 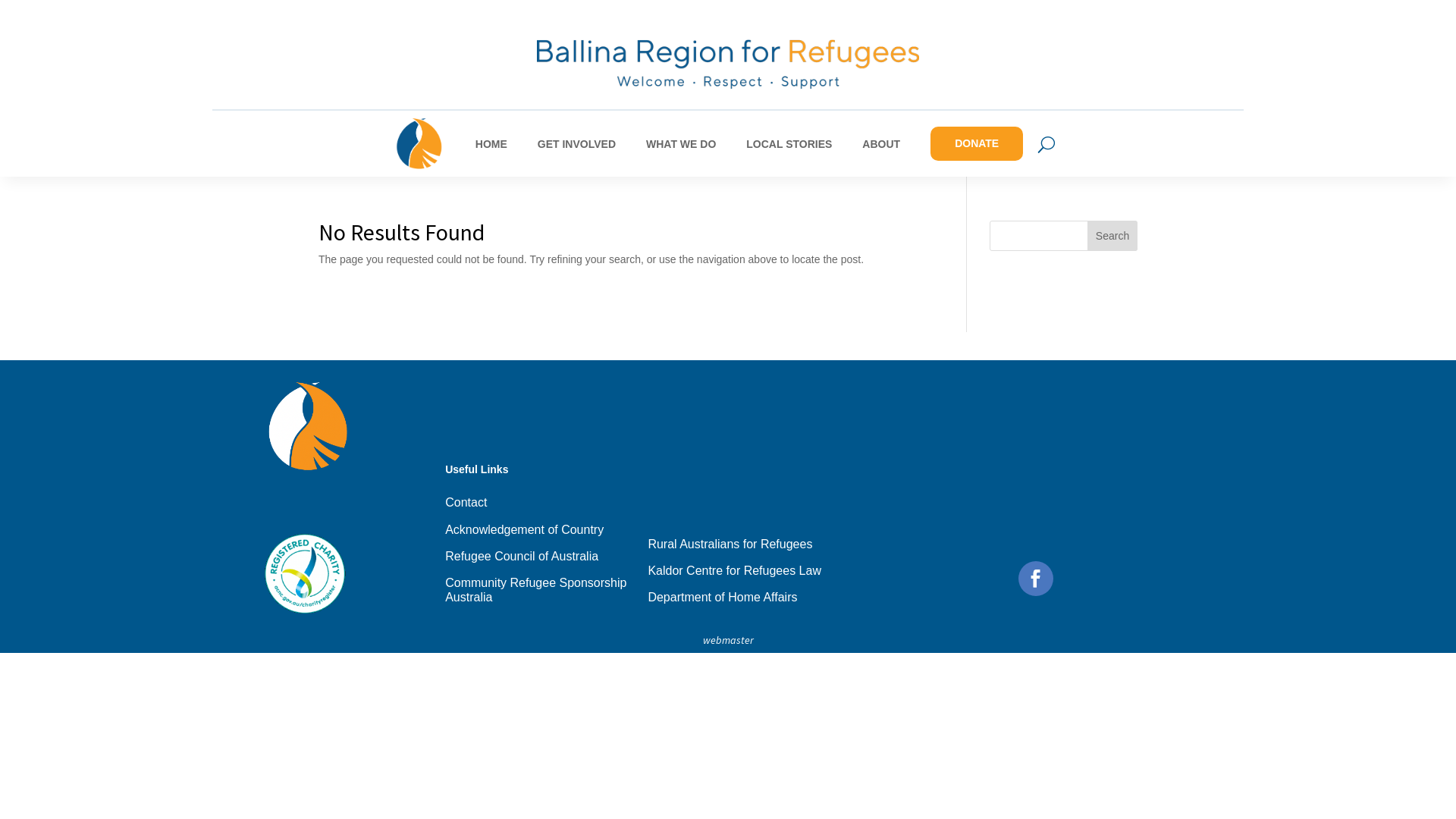 What do you see at coordinates (721, 599) in the screenshot?
I see `'Department of Home Affairs'` at bounding box center [721, 599].